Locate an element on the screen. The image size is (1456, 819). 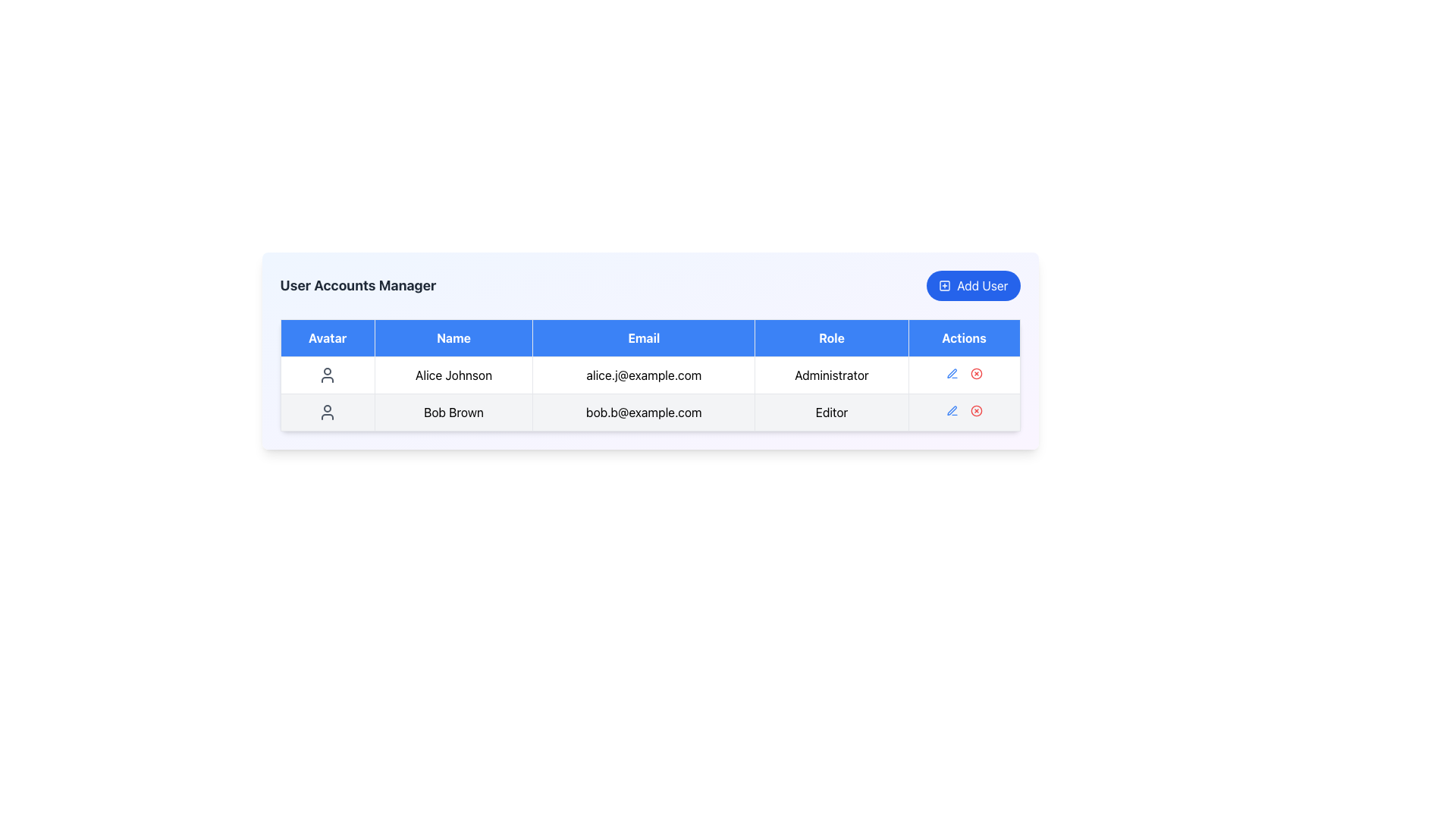
the user avatar icon for user 'Bob Brown' located in the second row of the user table is located at coordinates (327, 412).